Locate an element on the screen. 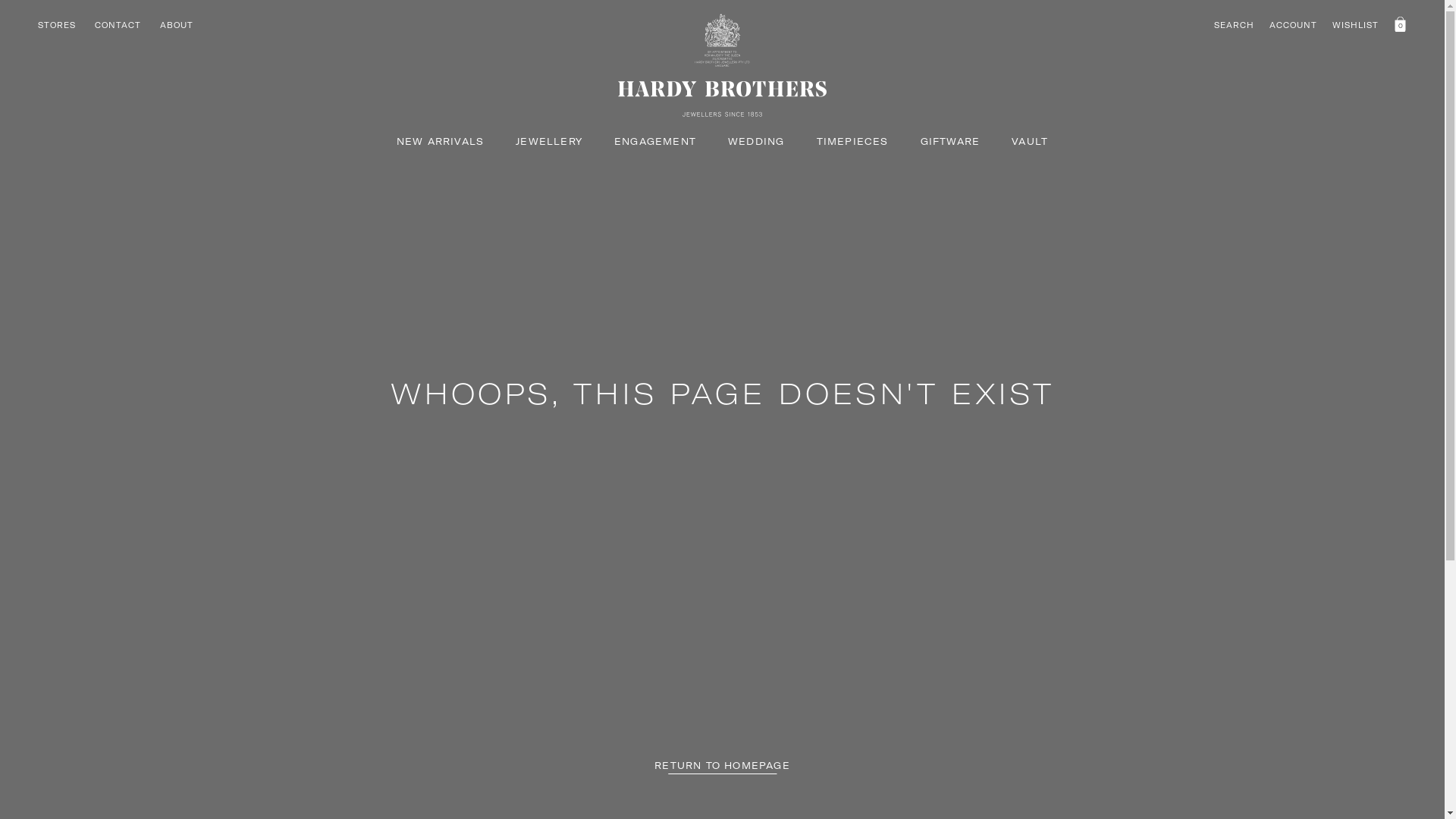 The image size is (1456, 819). 'VAULT is located at coordinates (1012, 141).